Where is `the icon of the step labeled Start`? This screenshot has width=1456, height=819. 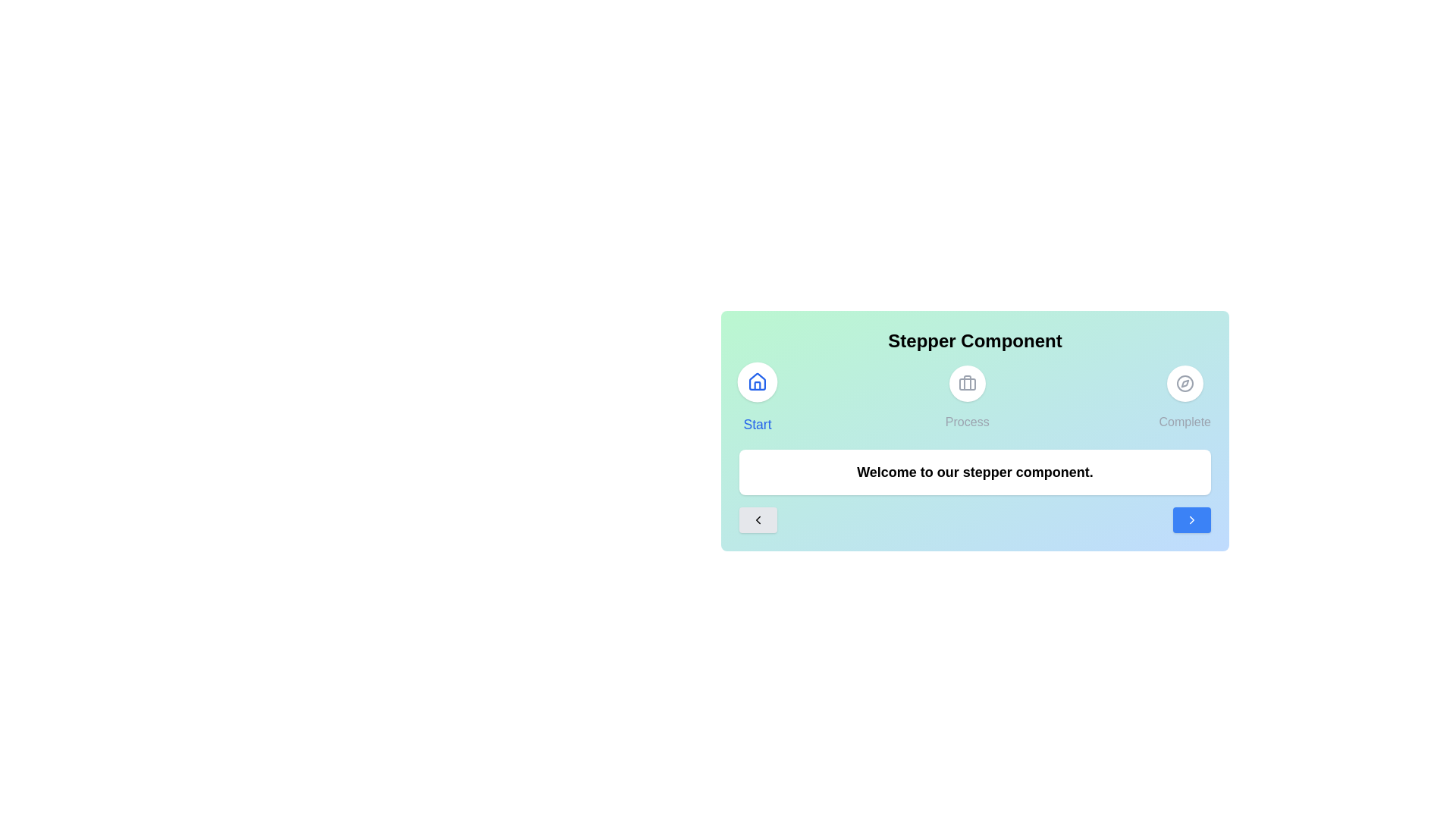
the icon of the step labeled Start is located at coordinates (757, 381).